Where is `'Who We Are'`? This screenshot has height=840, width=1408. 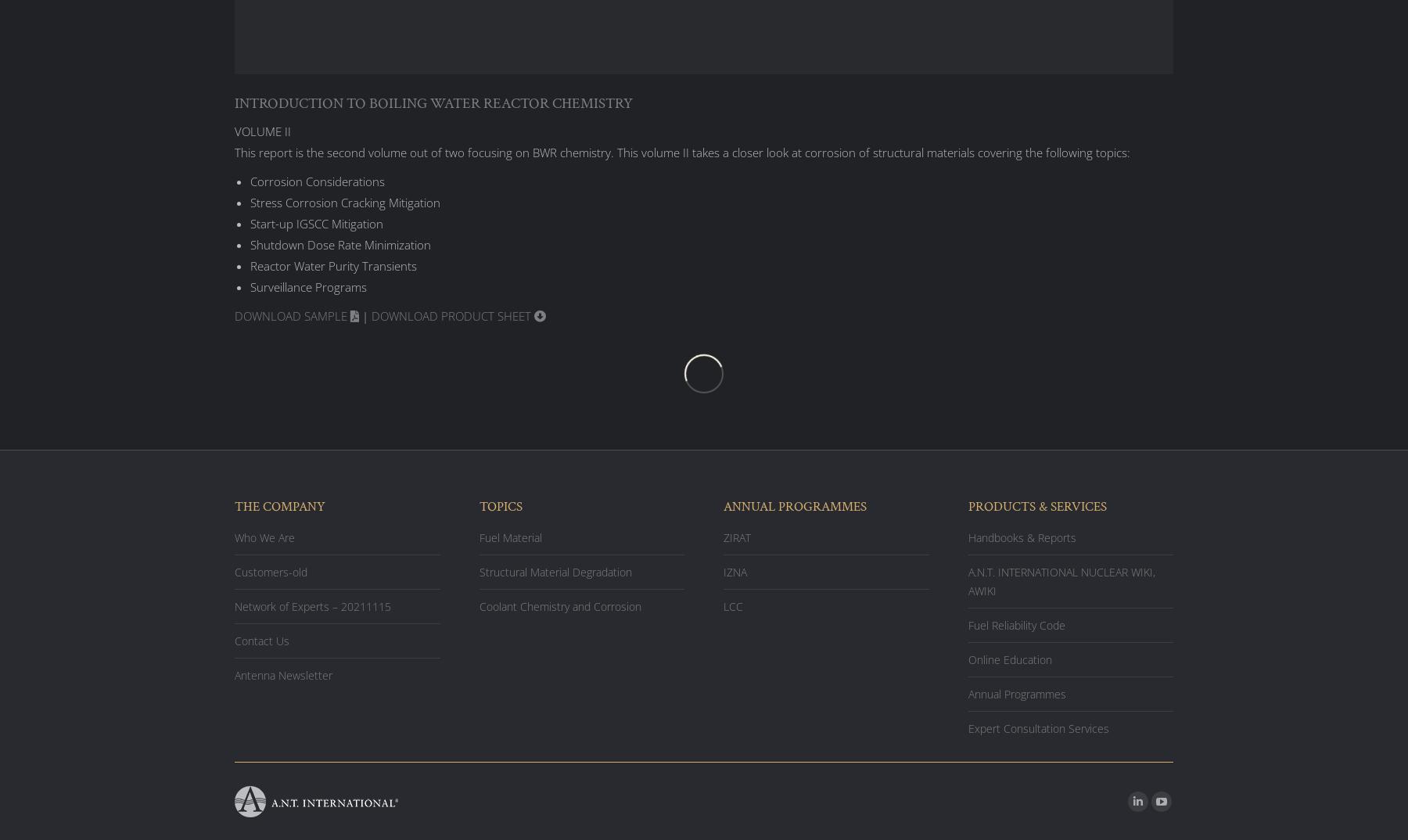
'Who We Are' is located at coordinates (264, 536).